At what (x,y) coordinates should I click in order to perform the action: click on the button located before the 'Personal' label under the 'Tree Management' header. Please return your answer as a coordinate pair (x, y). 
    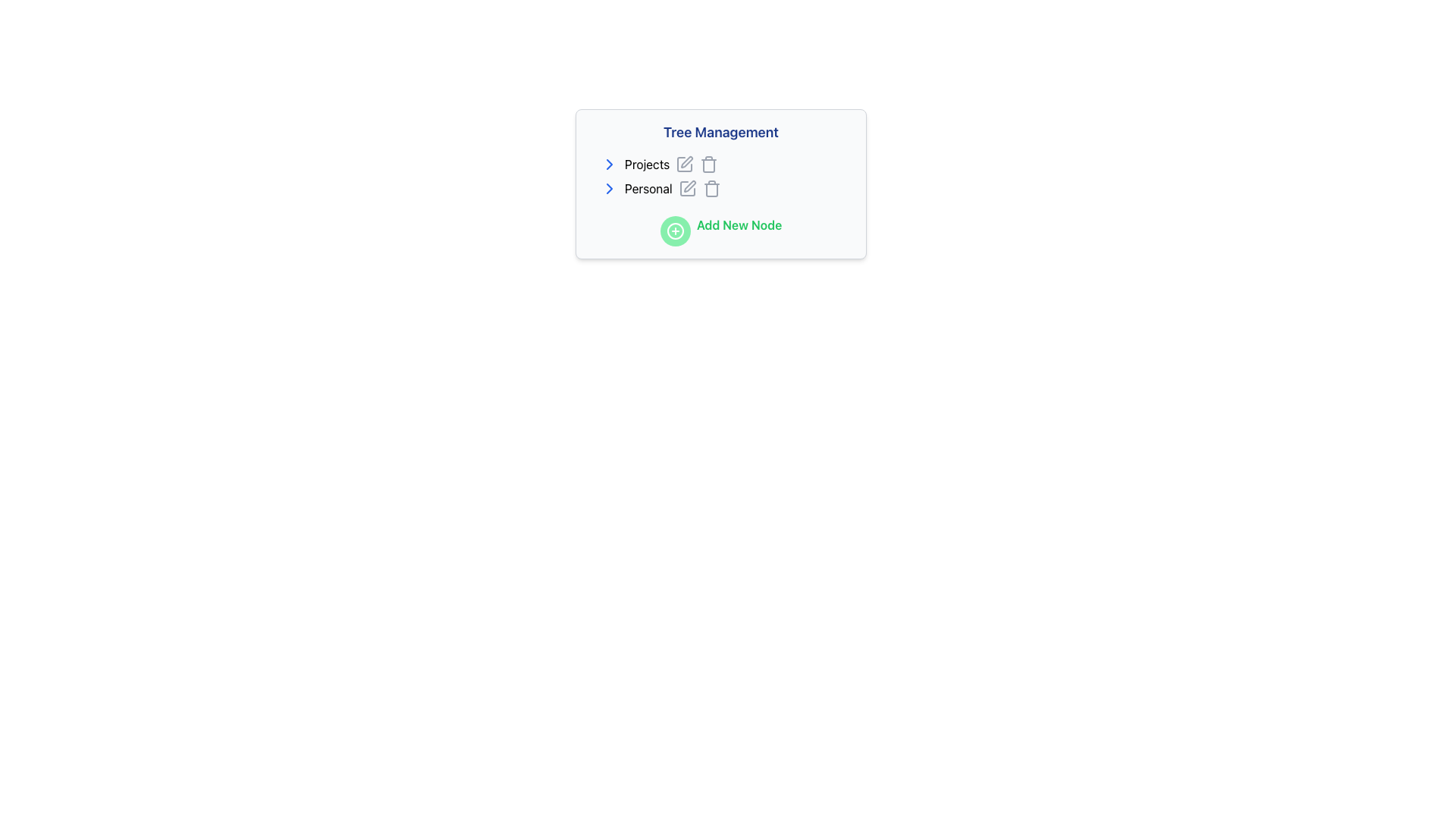
    Looking at the image, I should click on (610, 188).